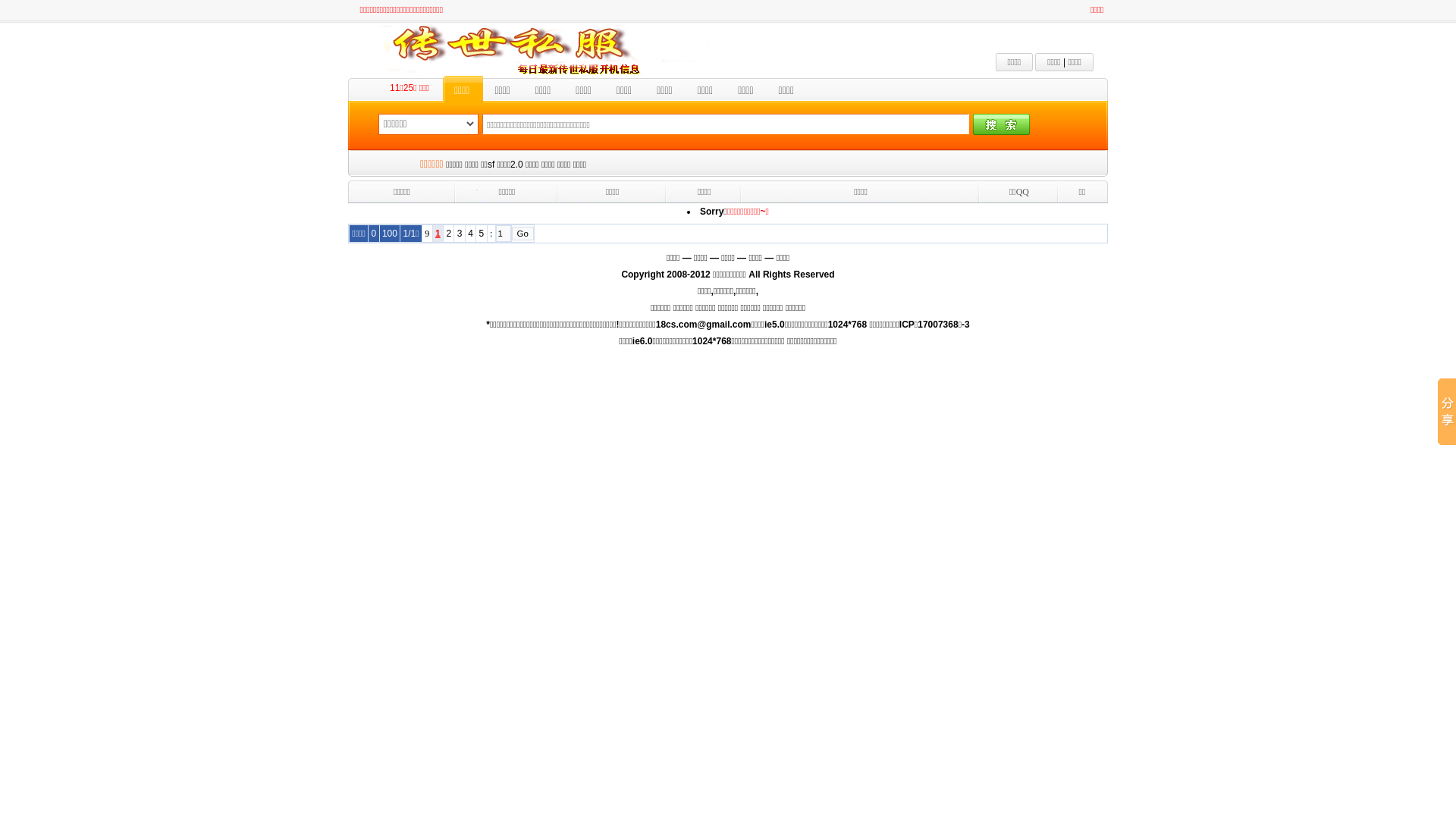 The height and width of the screenshot is (819, 1456). I want to click on '5', so click(481, 234).